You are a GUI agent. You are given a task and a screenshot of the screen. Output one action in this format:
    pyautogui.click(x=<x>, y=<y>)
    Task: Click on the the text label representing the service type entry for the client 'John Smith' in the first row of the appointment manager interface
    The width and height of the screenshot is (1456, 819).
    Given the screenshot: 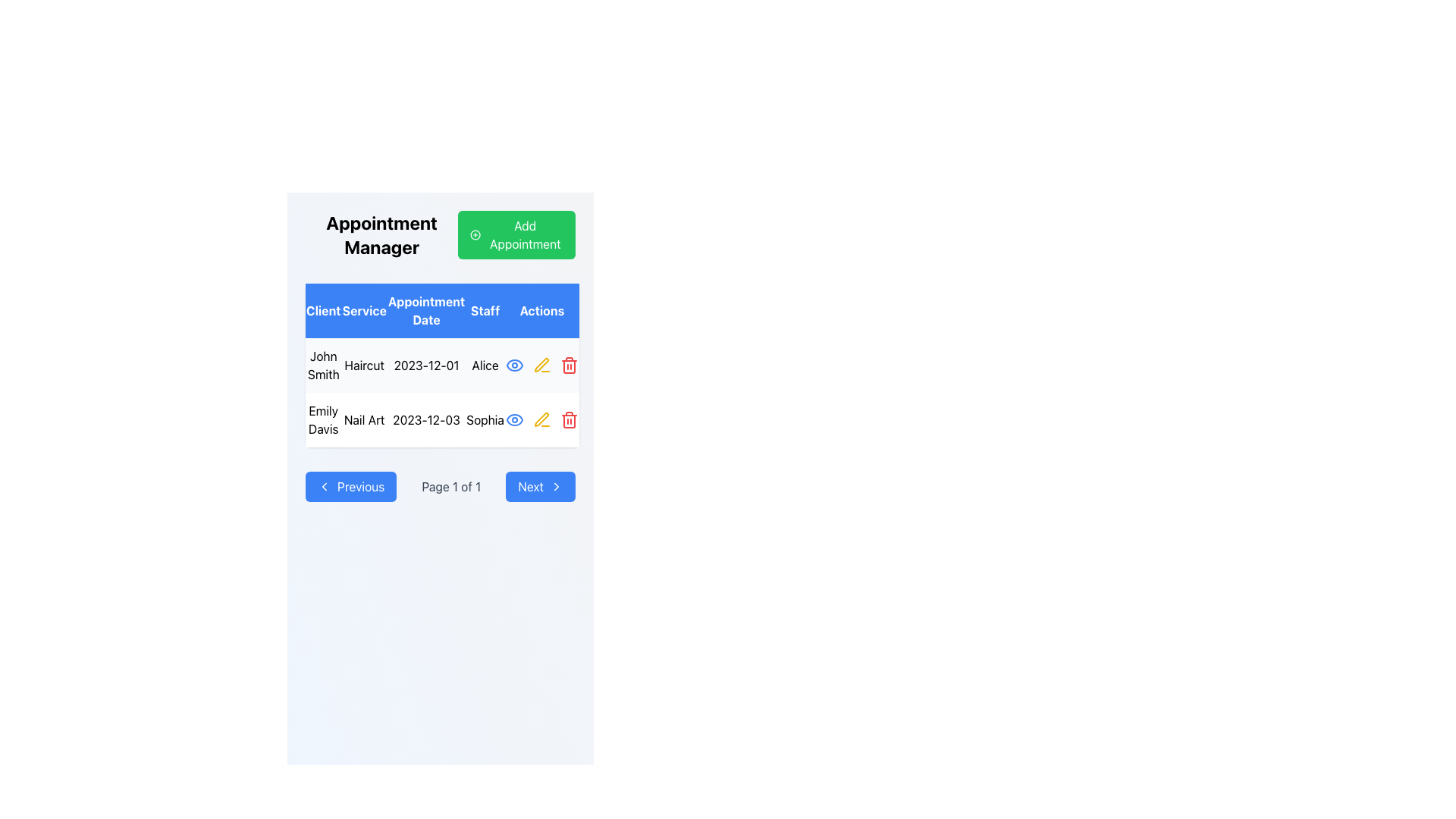 What is the action you would take?
    pyautogui.click(x=364, y=366)
    